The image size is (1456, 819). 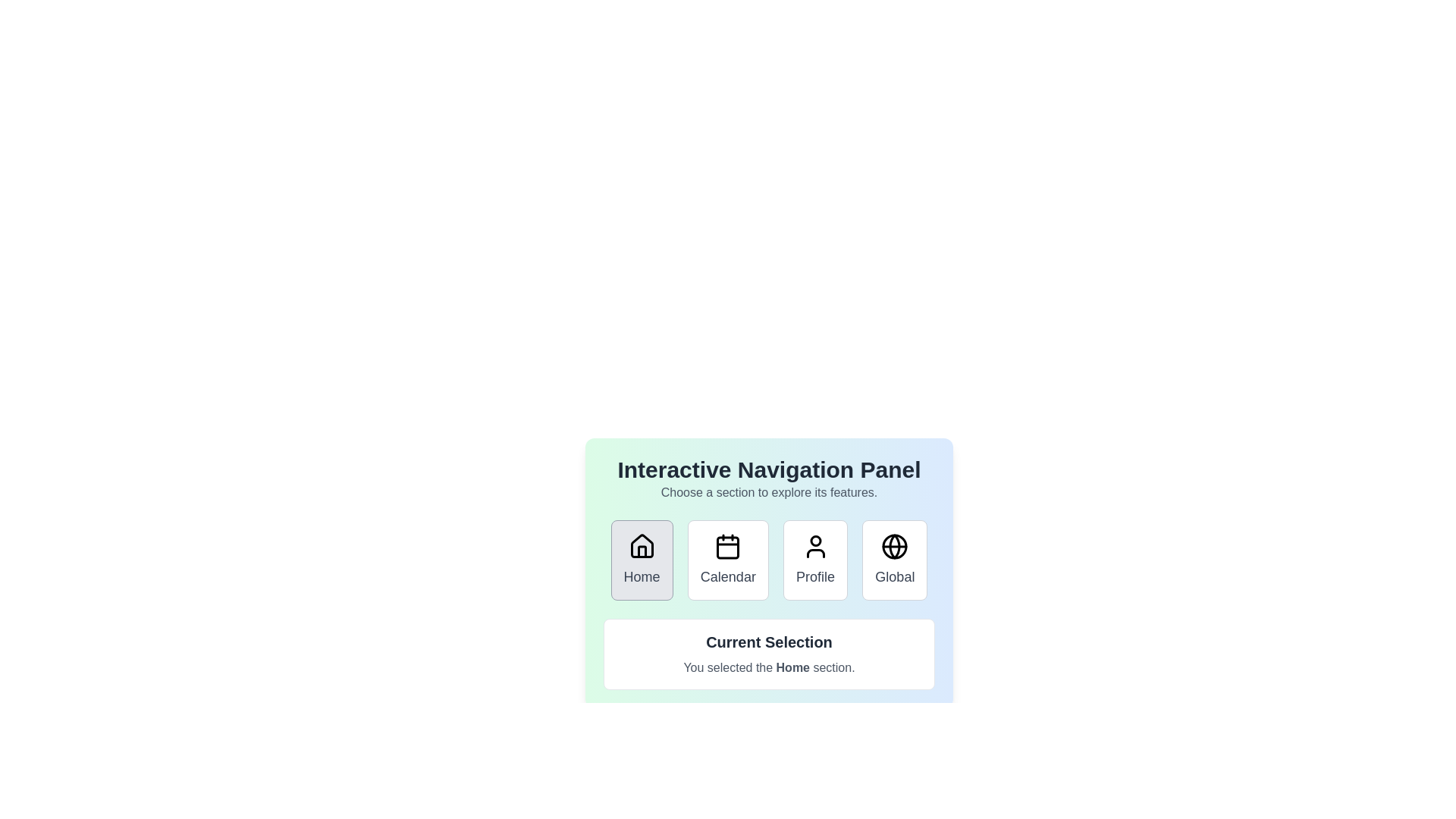 I want to click on the Label containing the title 'Interactive Navigation Panel' and subtitle 'Choose a section, so click(x=769, y=479).